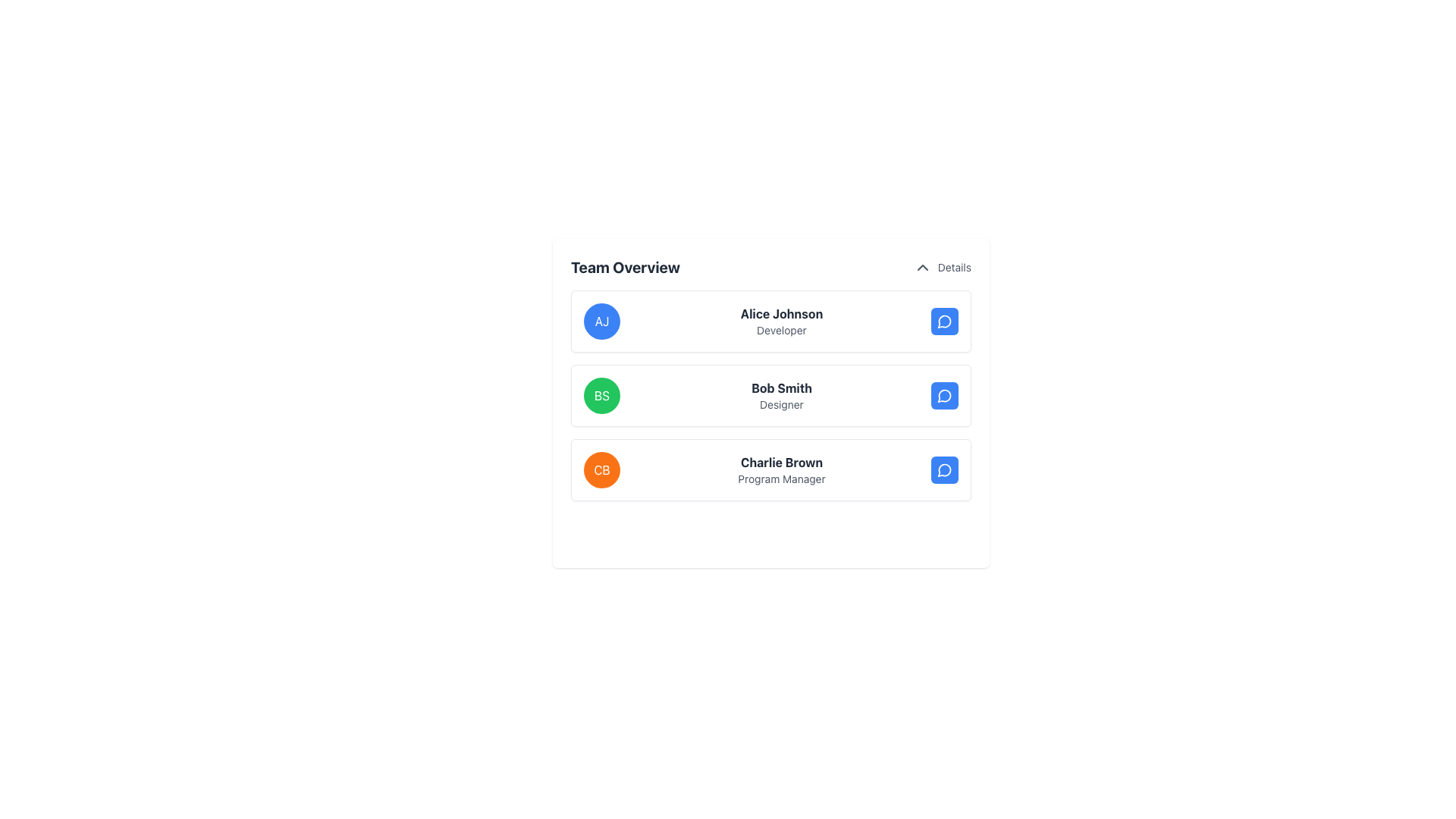  What do you see at coordinates (782, 461) in the screenshot?
I see `text 'Charlie Brown' which is the top-most text in the third row of the 'Team Overview' list item` at bounding box center [782, 461].